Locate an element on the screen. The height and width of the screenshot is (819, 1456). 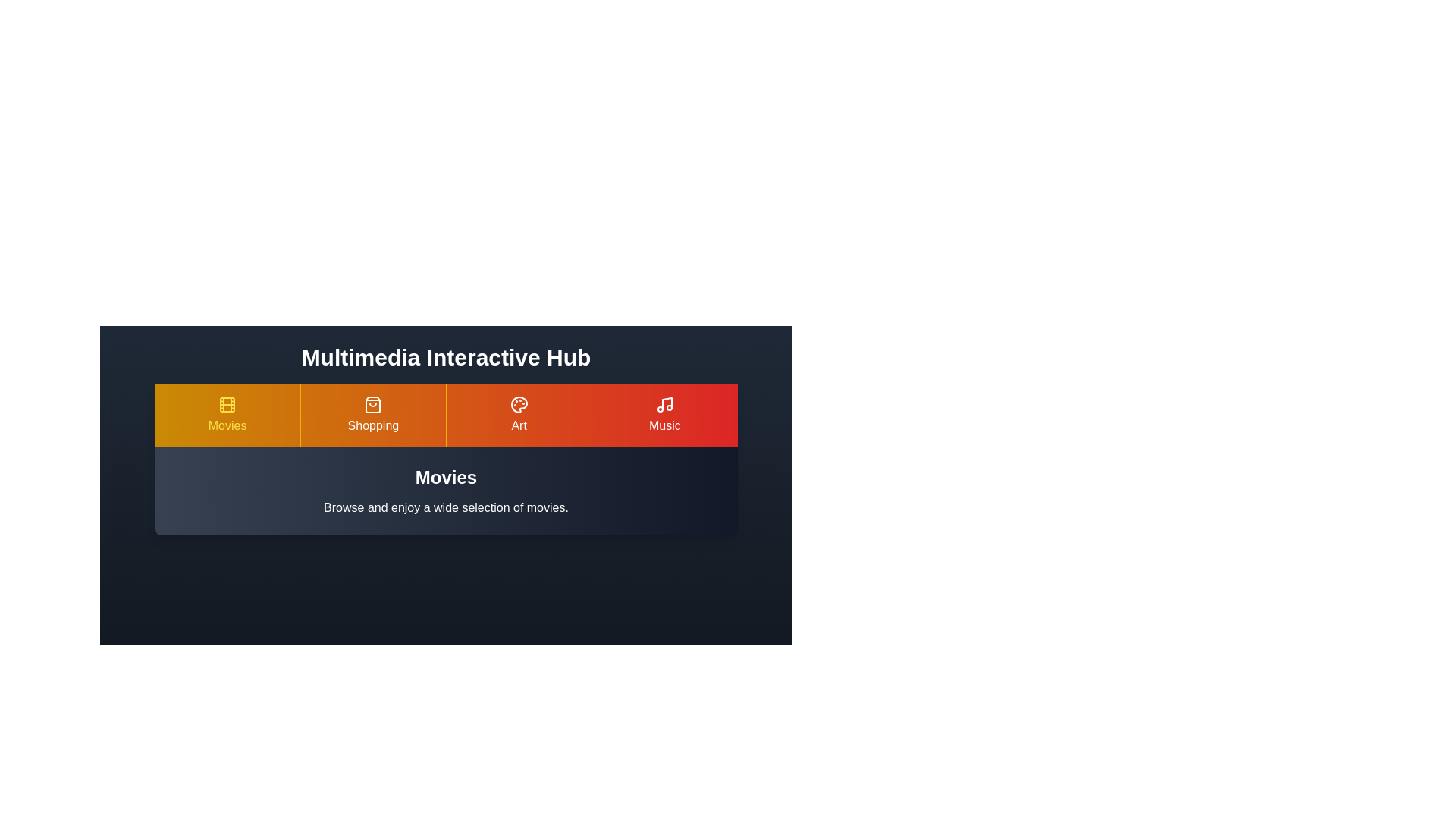
the Shopping tab to explore its content is located at coordinates (372, 415).